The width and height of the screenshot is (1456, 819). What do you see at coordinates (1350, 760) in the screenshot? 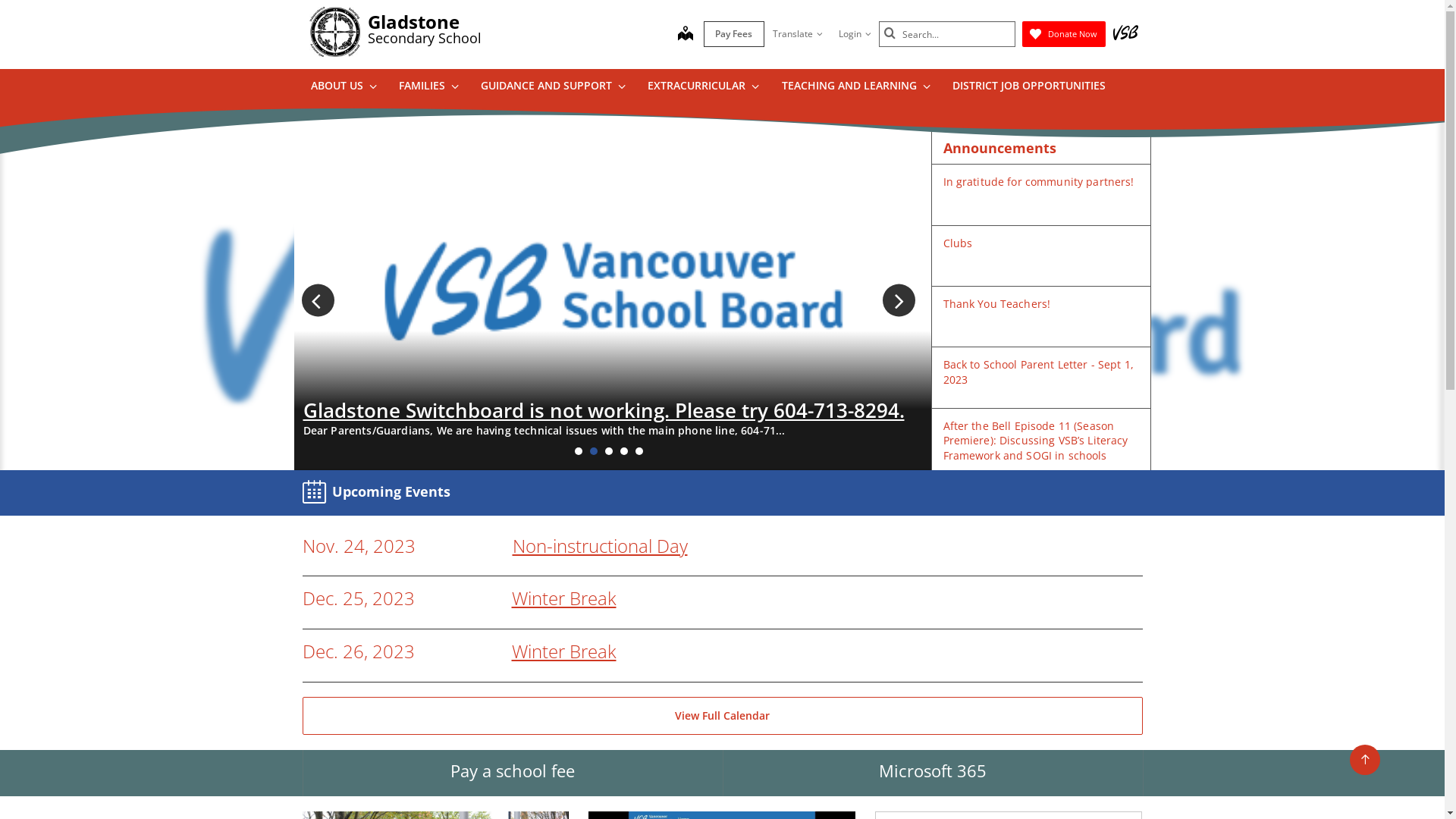
I see `'Go to top'` at bounding box center [1350, 760].